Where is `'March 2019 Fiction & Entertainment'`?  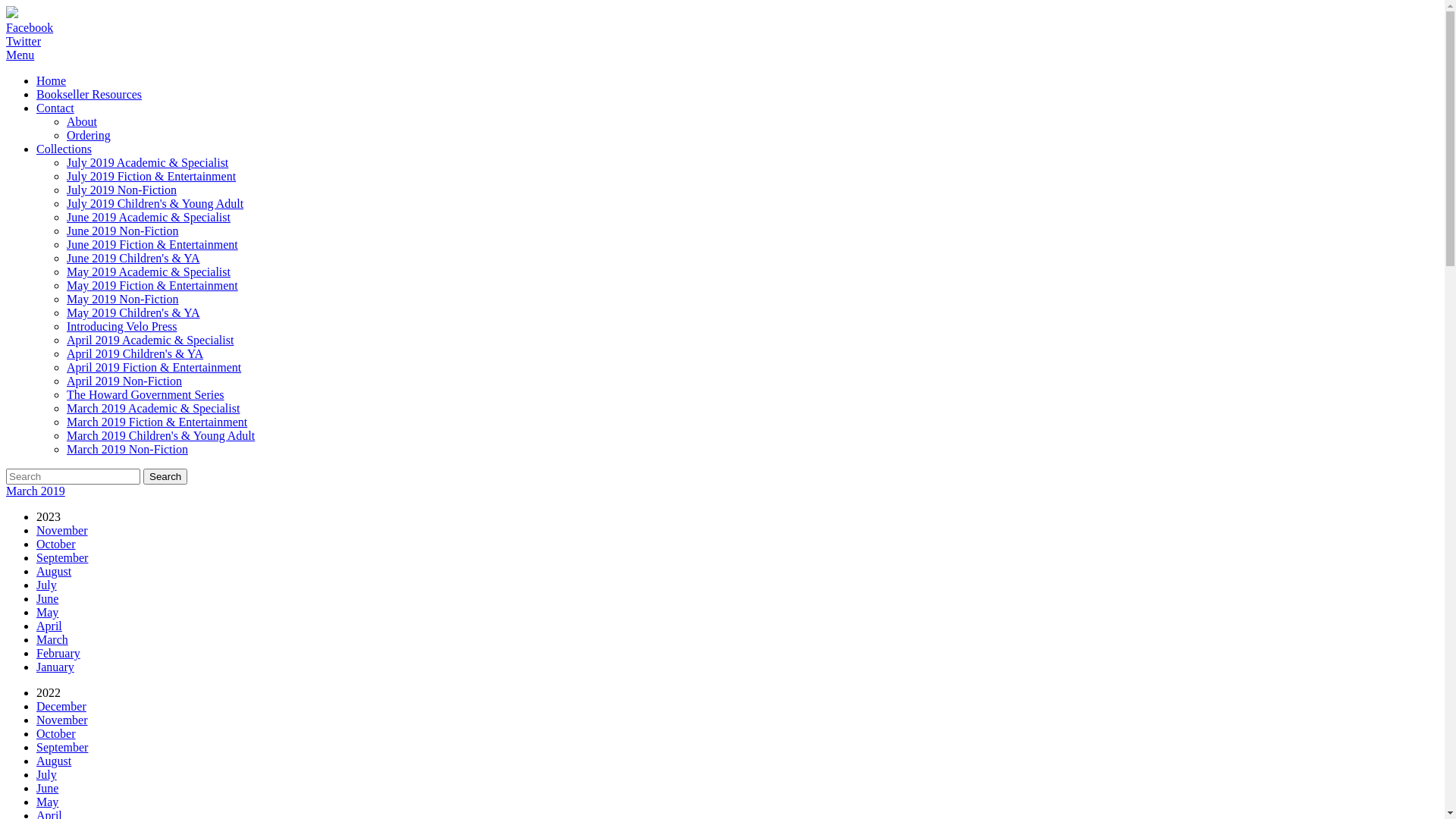 'March 2019 Fiction & Entertainment' is located at coordinates (156, 422).